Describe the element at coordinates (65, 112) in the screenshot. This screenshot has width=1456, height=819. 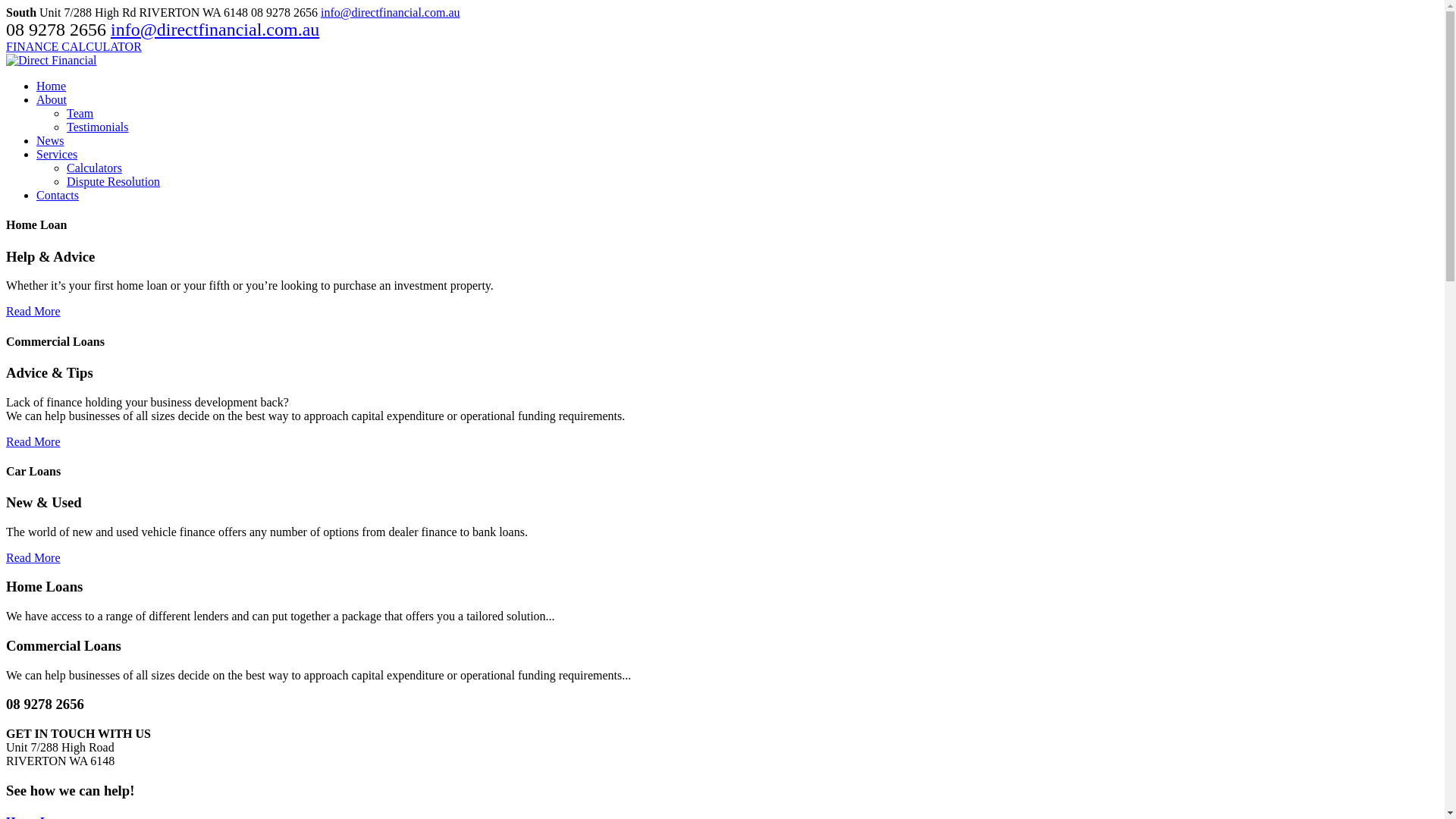
I see `'Team'` at that location.